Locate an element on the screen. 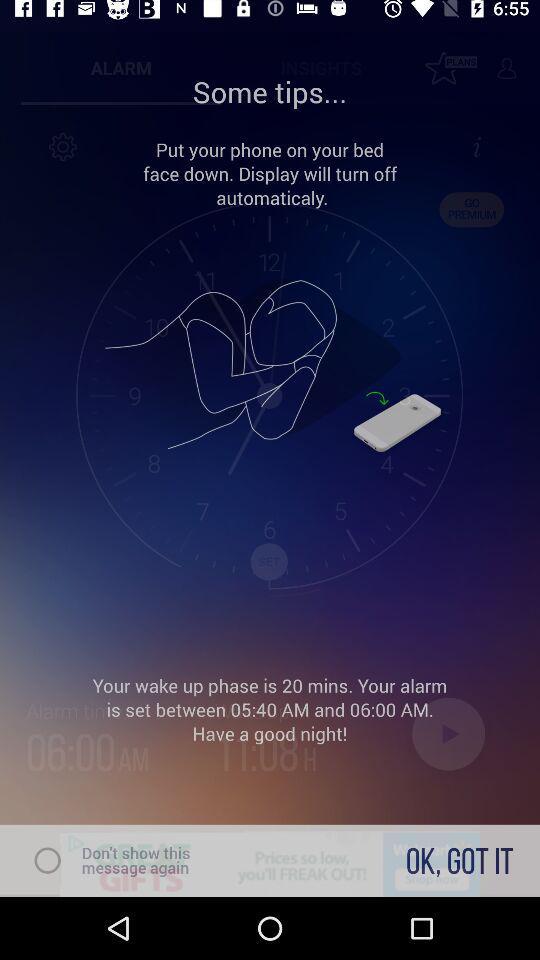  the text  k got it is located at coordinates (460, 860).